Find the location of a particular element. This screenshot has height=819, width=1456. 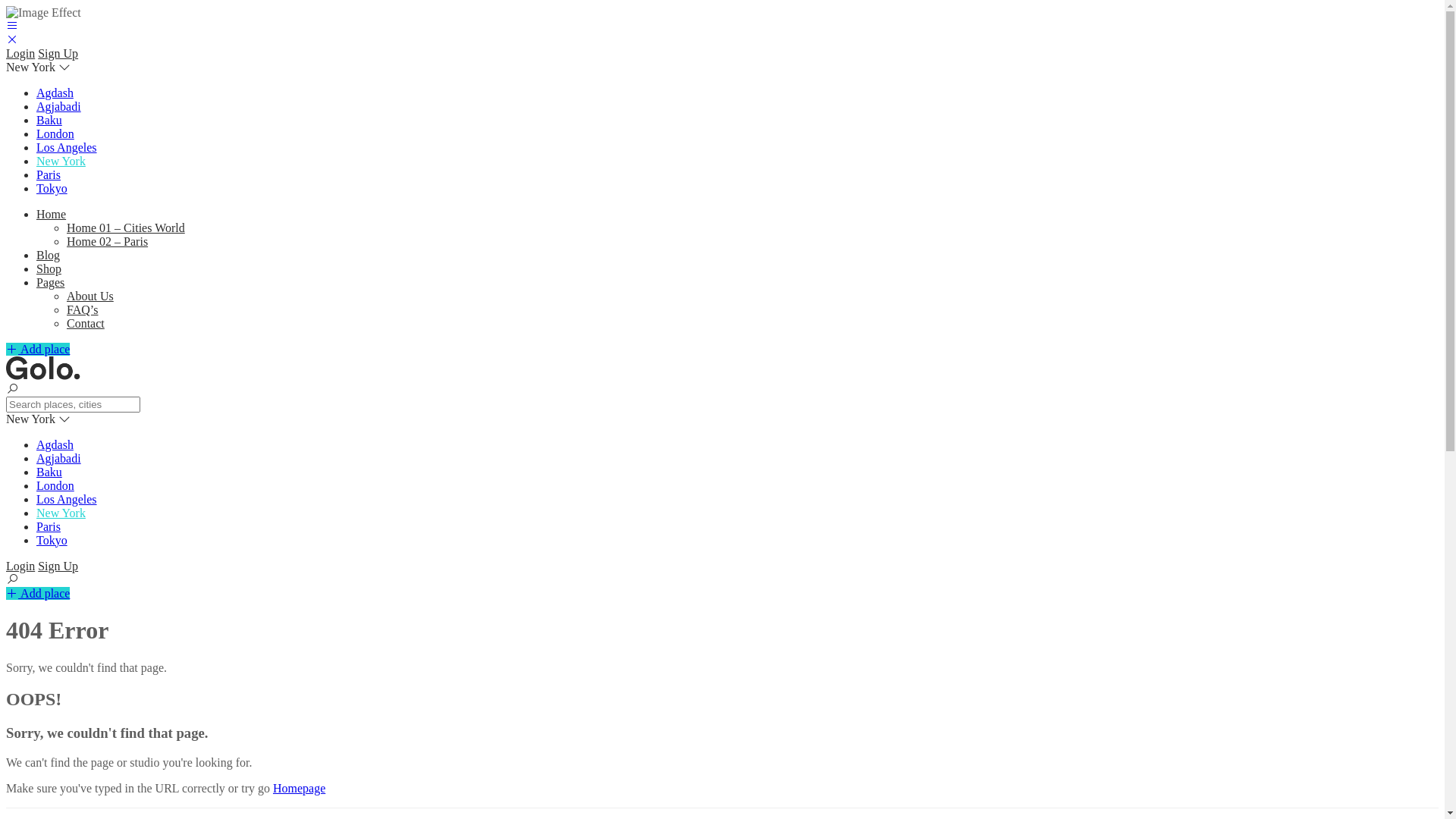

'Homepage' is located at coordinates (299, 787).